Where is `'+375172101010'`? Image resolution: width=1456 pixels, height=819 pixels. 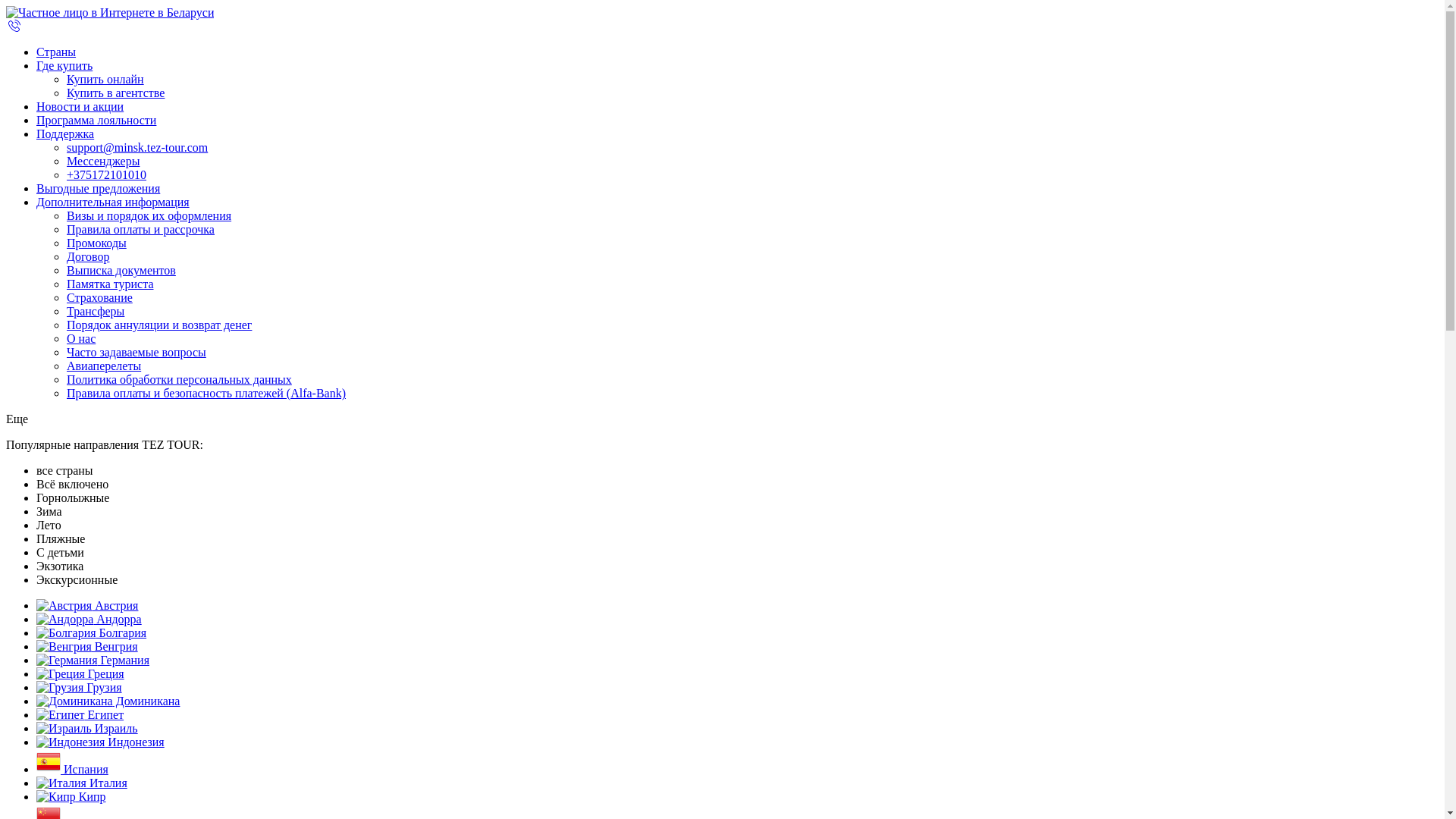
'+375172101010' is located at coordinates (105, 174).